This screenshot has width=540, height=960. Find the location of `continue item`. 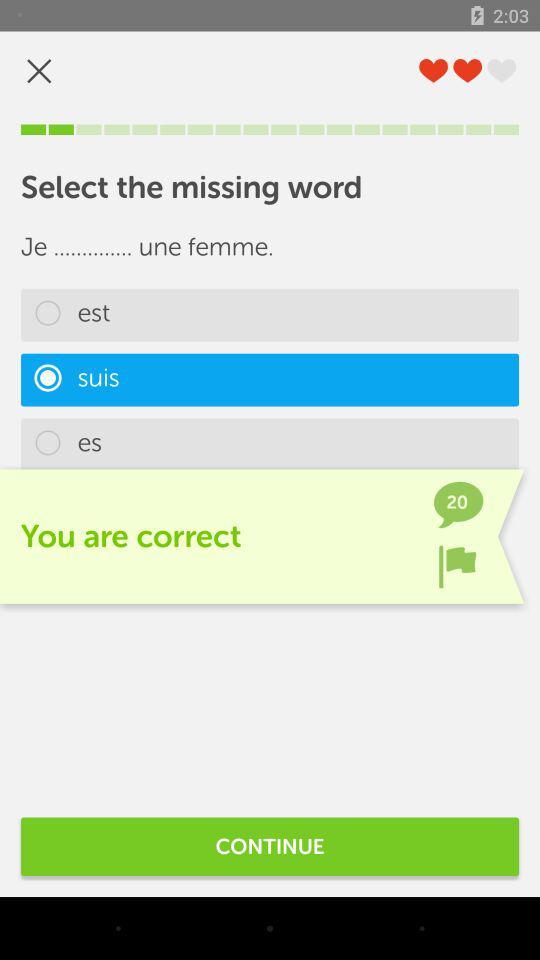

continue item is located at coordinates (270, 845).